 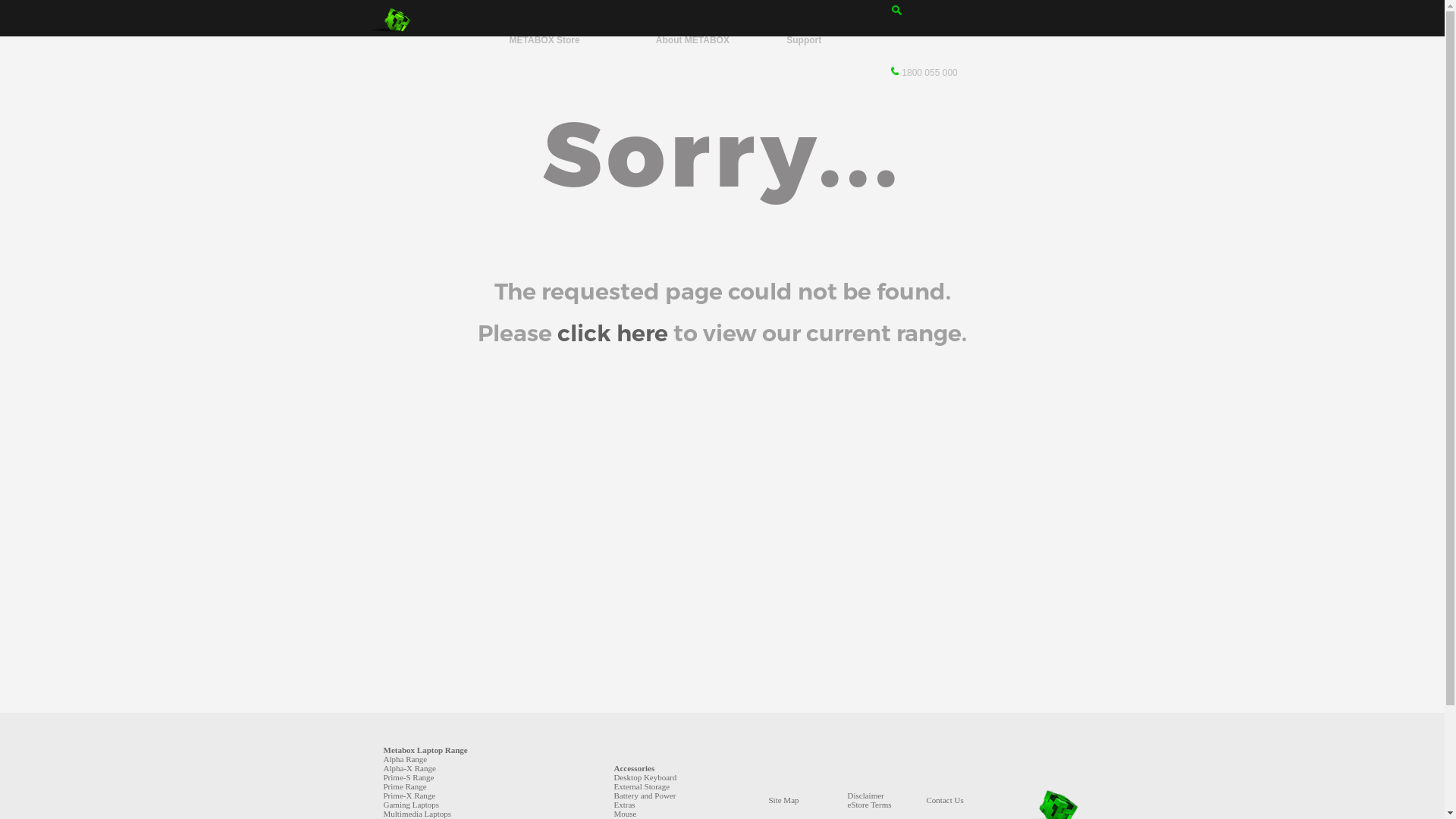 I want to click on 'click here', so click(x=612, y=332).